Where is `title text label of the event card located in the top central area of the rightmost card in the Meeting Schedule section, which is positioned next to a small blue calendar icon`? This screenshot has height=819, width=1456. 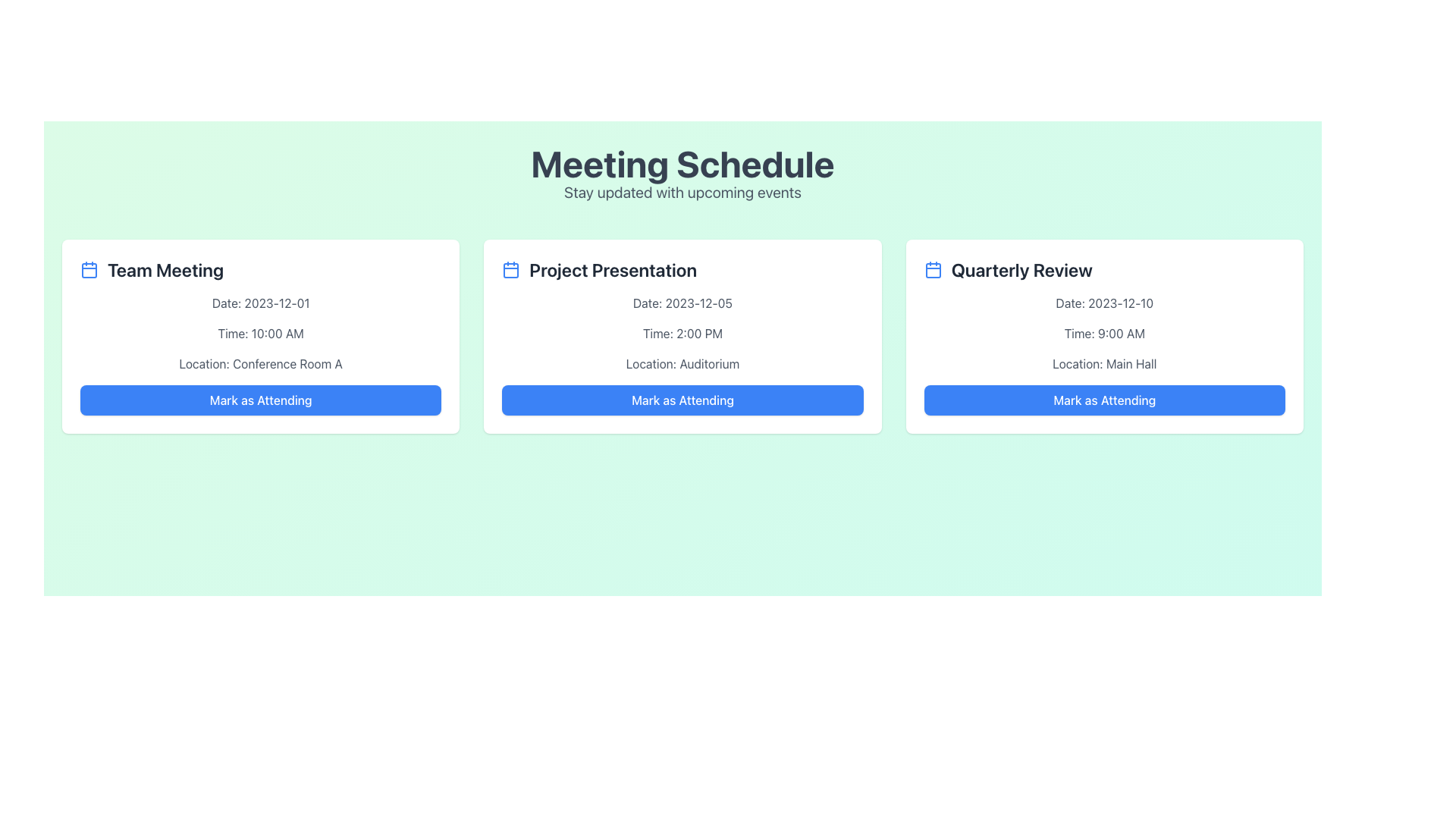 title text label of the event card located in the top central area of the rightmost card in the Meeting Schedule section, which is positioned next to a small blue calendar icon is located at coordinates (1021, 268).